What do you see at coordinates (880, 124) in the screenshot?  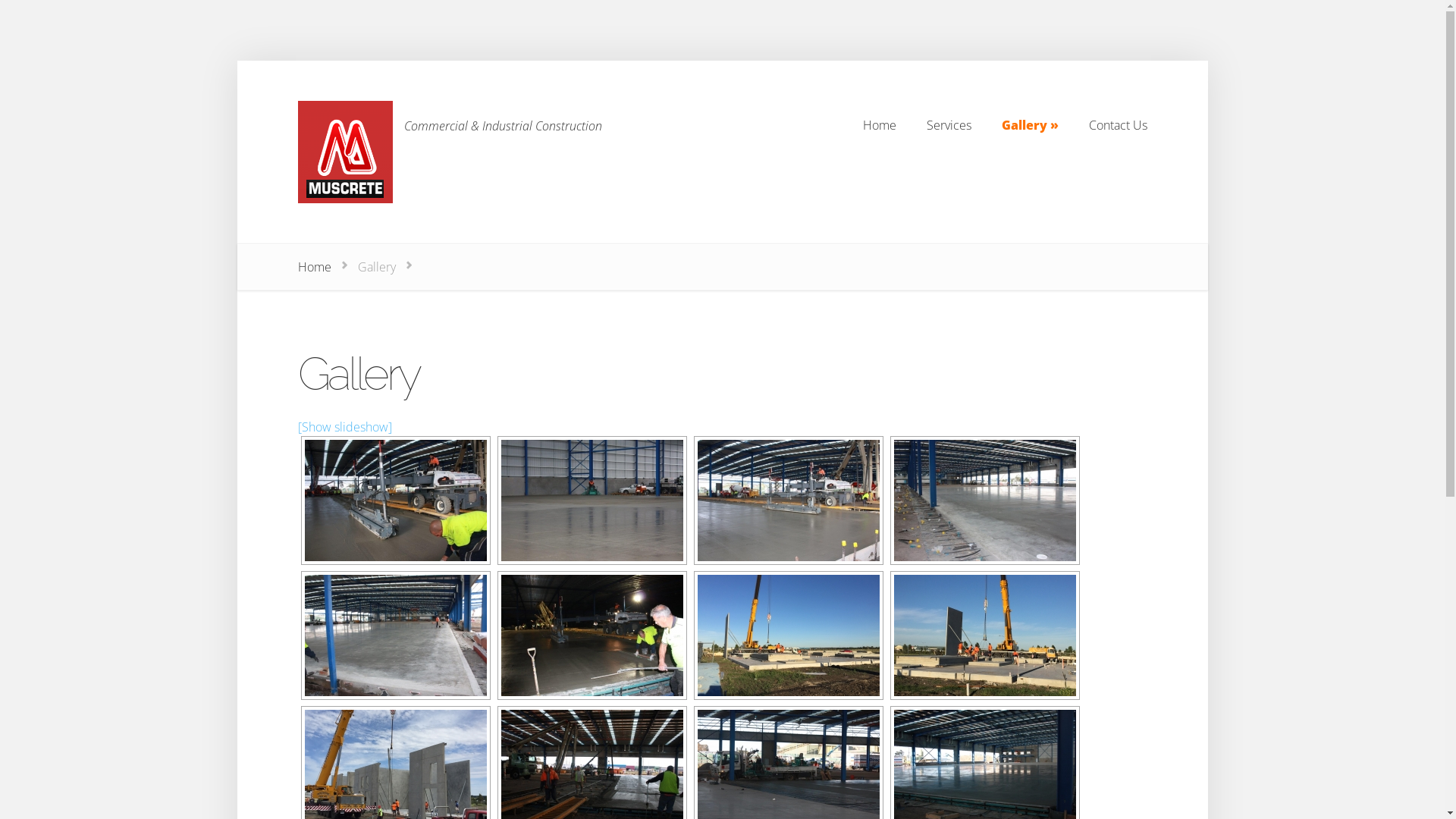 I see `'Home'` at bounding box center [880, 124].